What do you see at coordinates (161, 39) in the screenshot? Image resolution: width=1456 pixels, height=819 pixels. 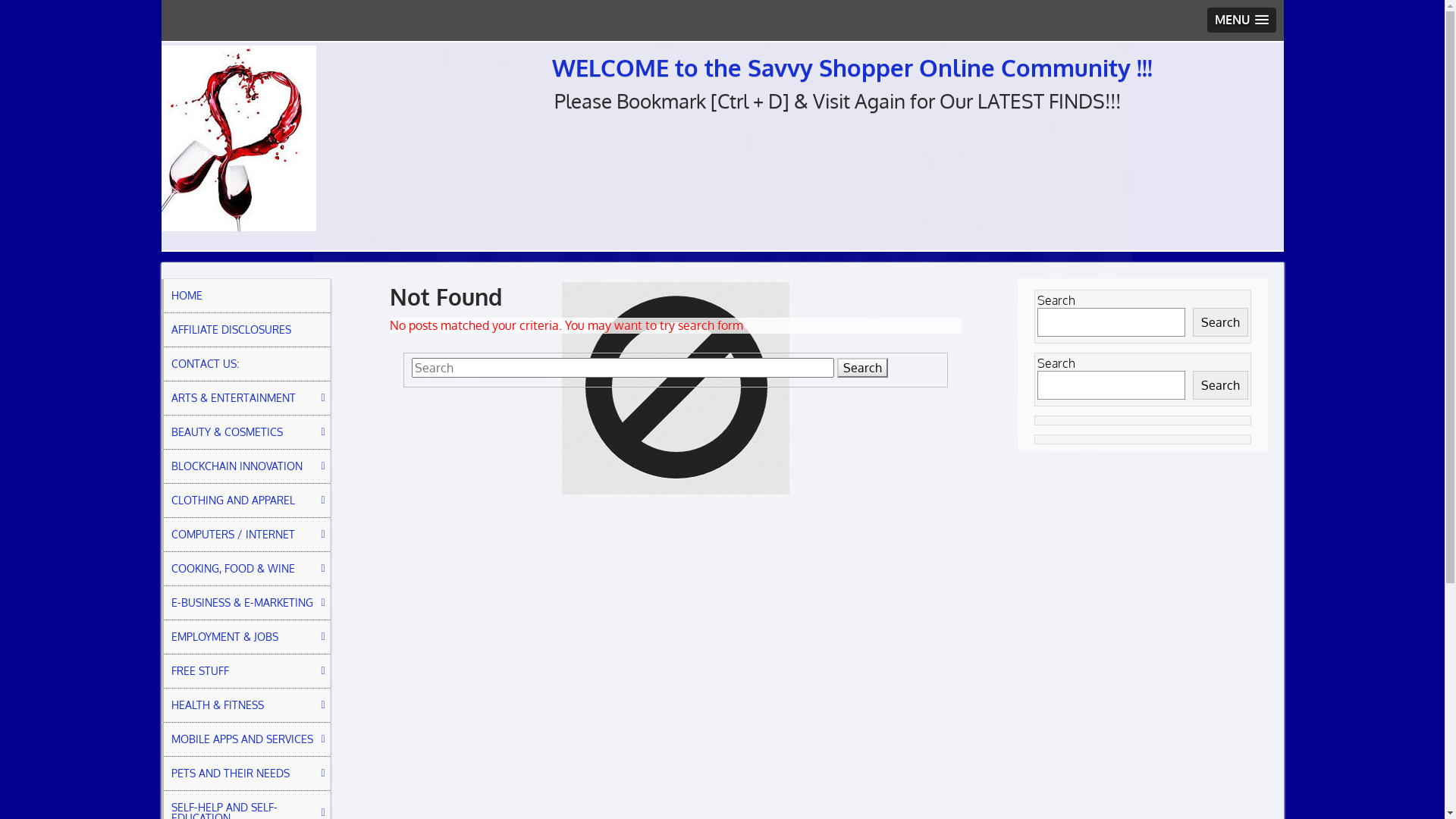 I see `'Skip to content'` at bounding box center [161, 39].